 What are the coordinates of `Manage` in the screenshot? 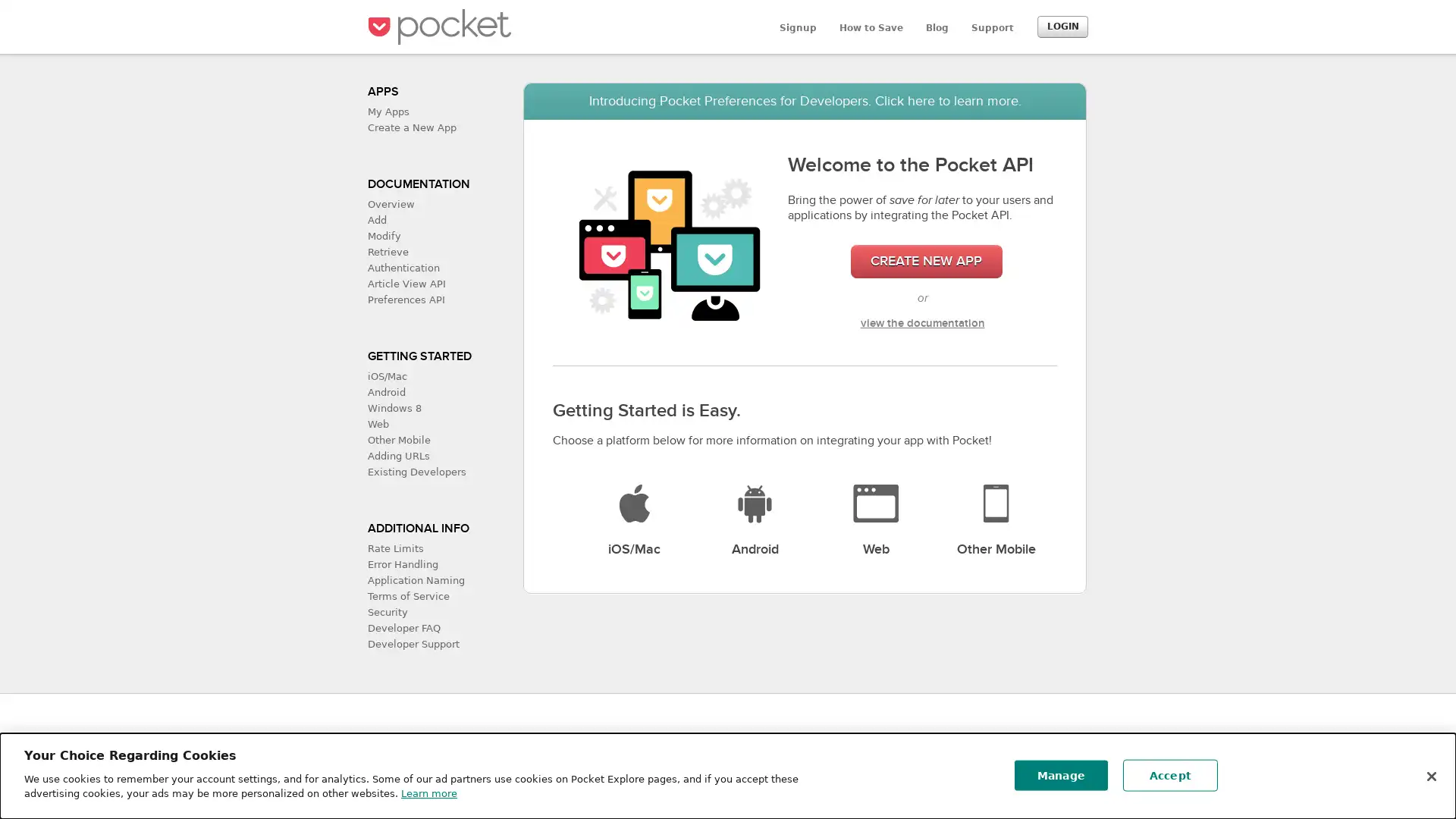 It's located at (1059, 775).